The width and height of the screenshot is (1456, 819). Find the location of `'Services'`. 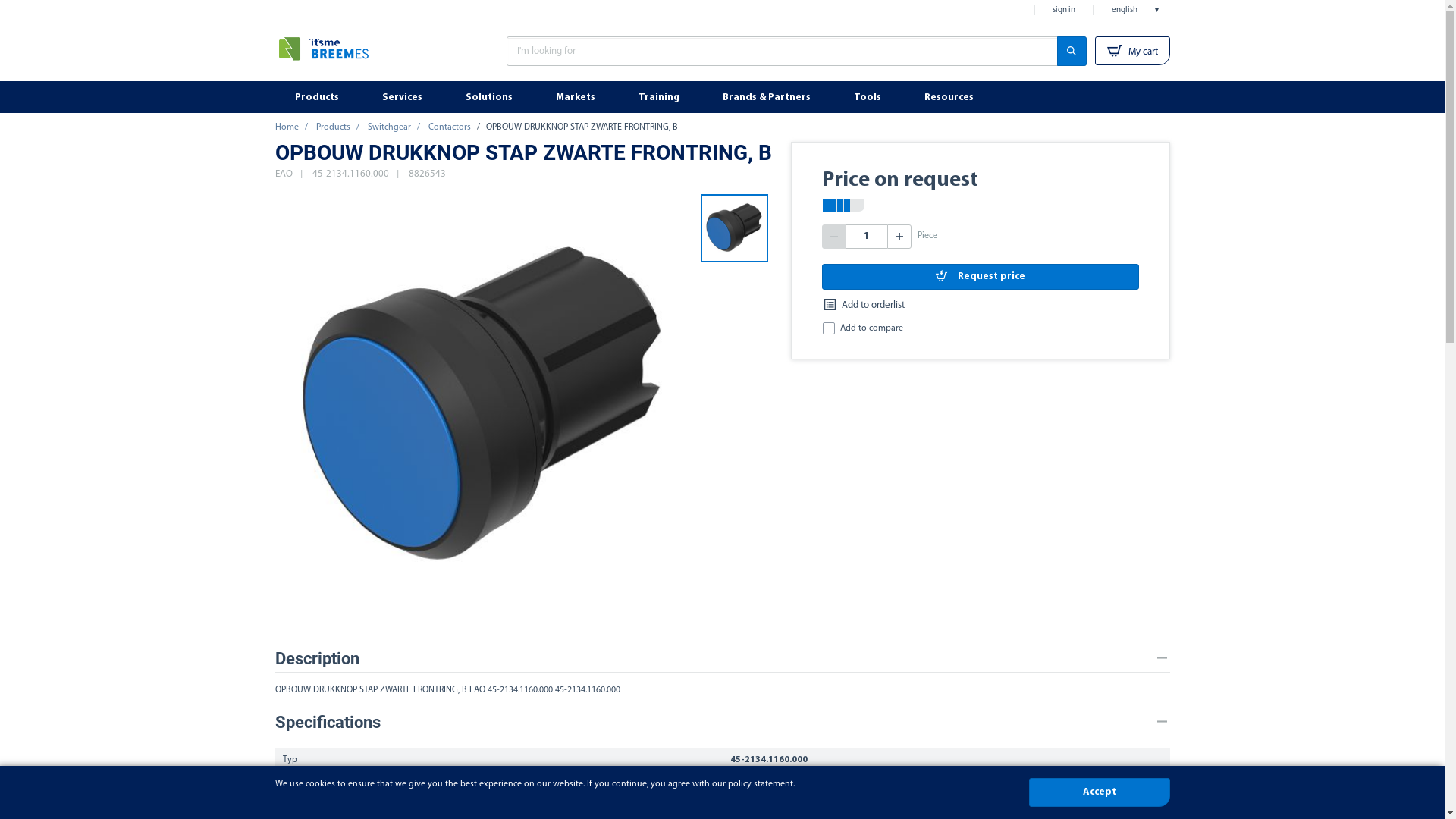

'Services' is located at coordinates (403, 96).